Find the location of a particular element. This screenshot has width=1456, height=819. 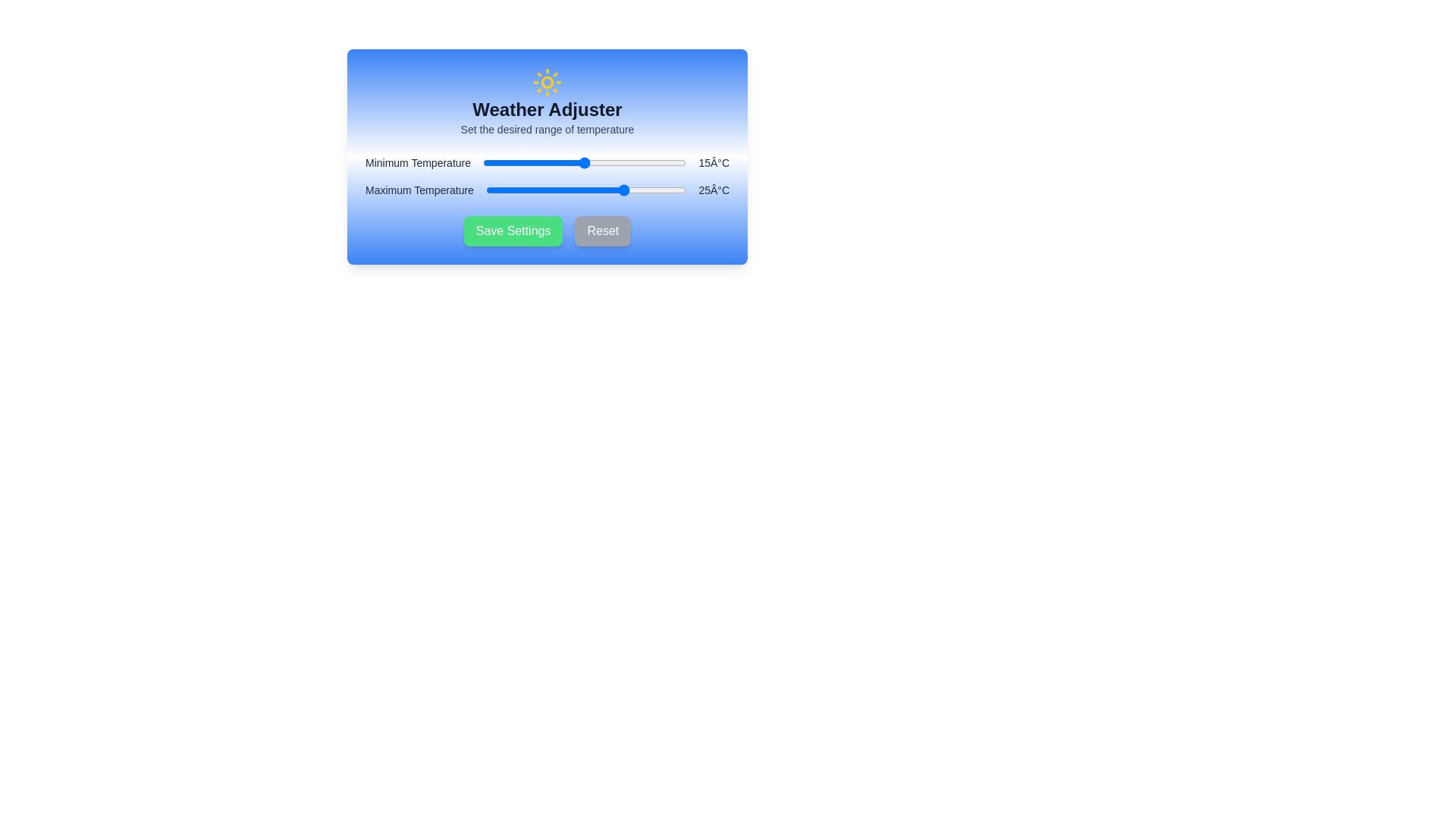

the 'Reset' button to revert changes is located at coordinates (602, 231).